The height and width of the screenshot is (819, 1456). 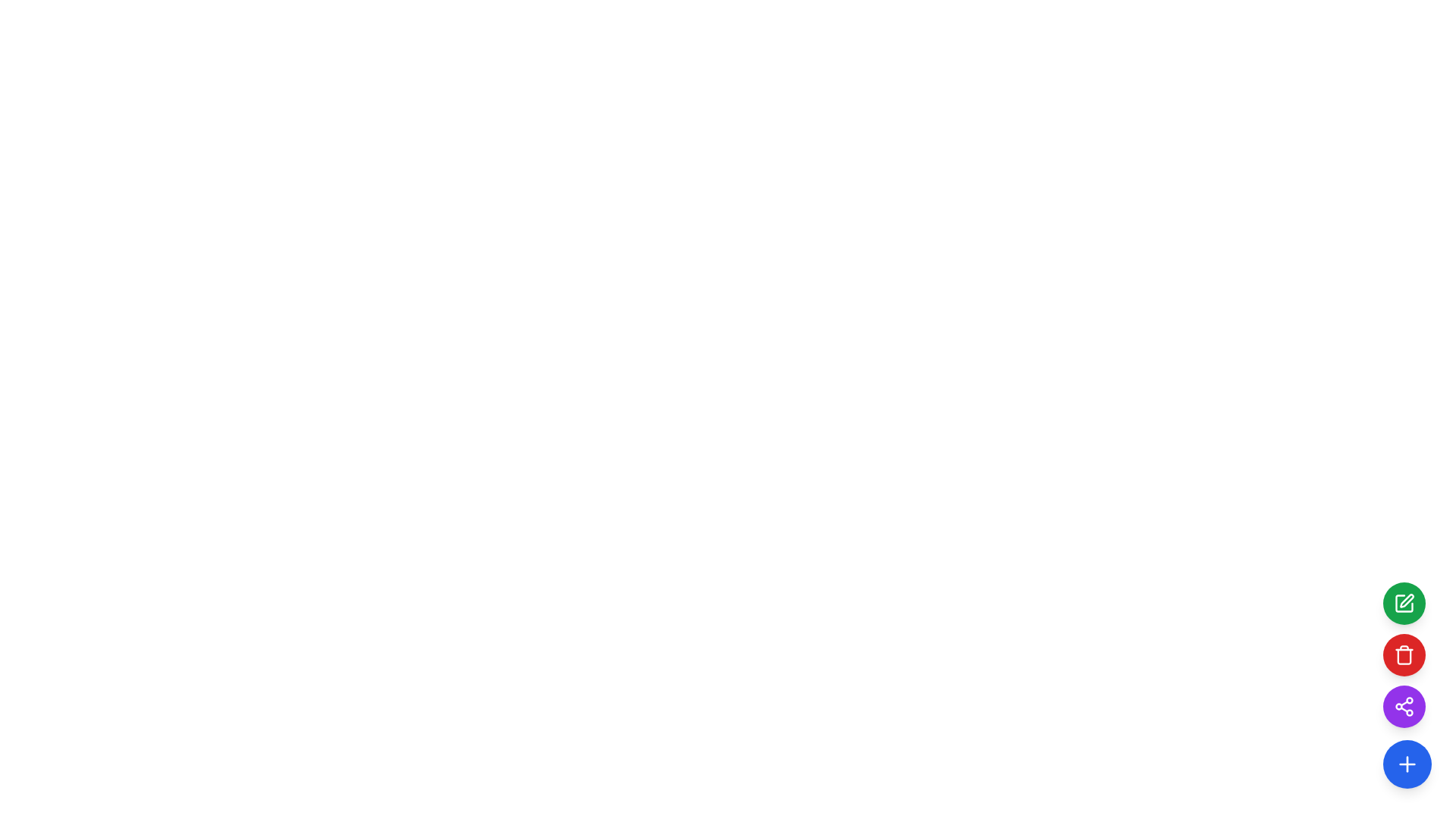 What do you see at coordinates (1404, 656) in the screenshot?
I see `the center portion of the trash bin icon` at bounding box center [1404, 656].